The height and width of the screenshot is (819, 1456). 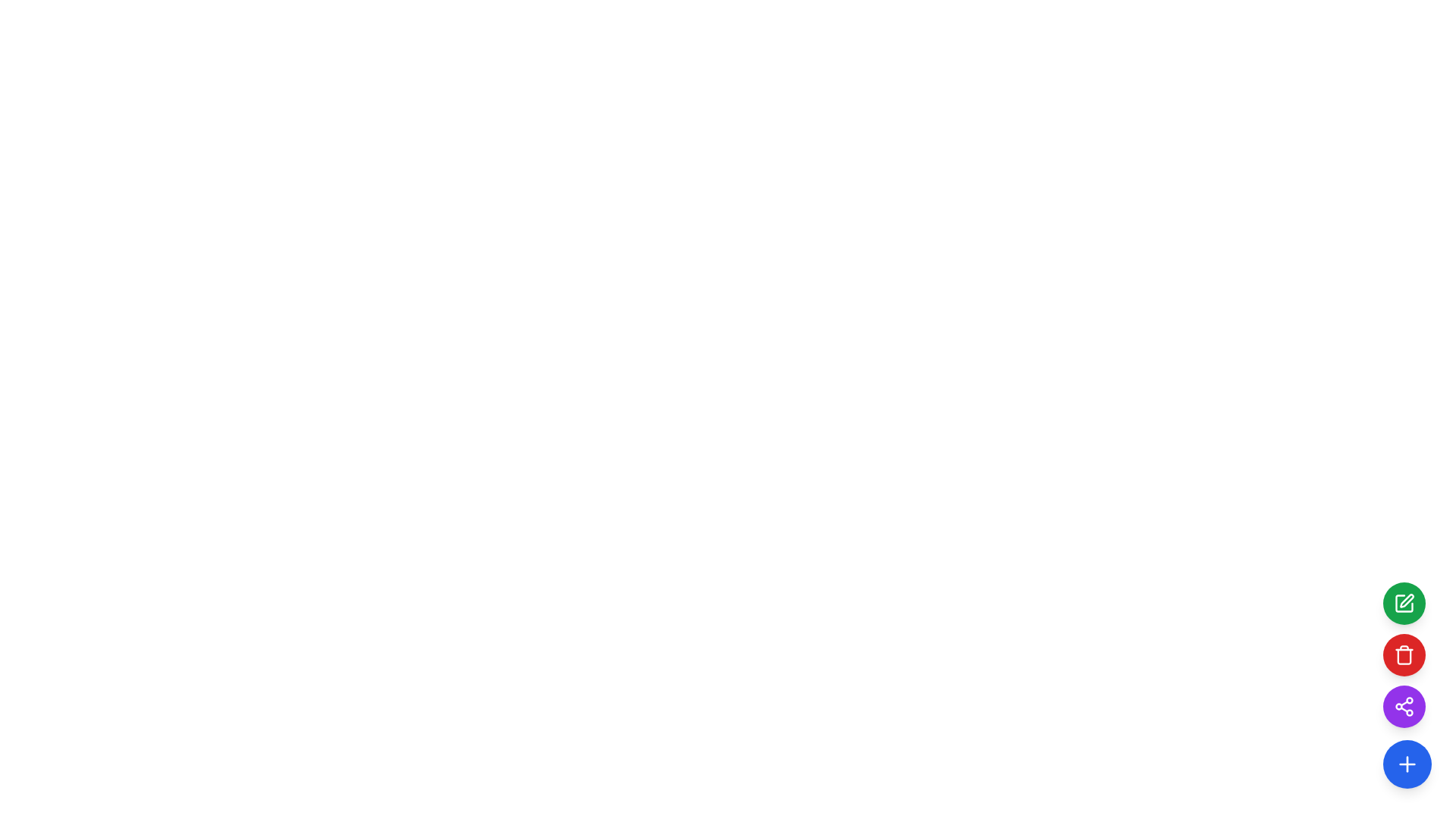 What do you see at coordinates (1404, 656) in the screenshot?
I see `the center portion of the trash bin icon` at bounding box center [1404, 656].